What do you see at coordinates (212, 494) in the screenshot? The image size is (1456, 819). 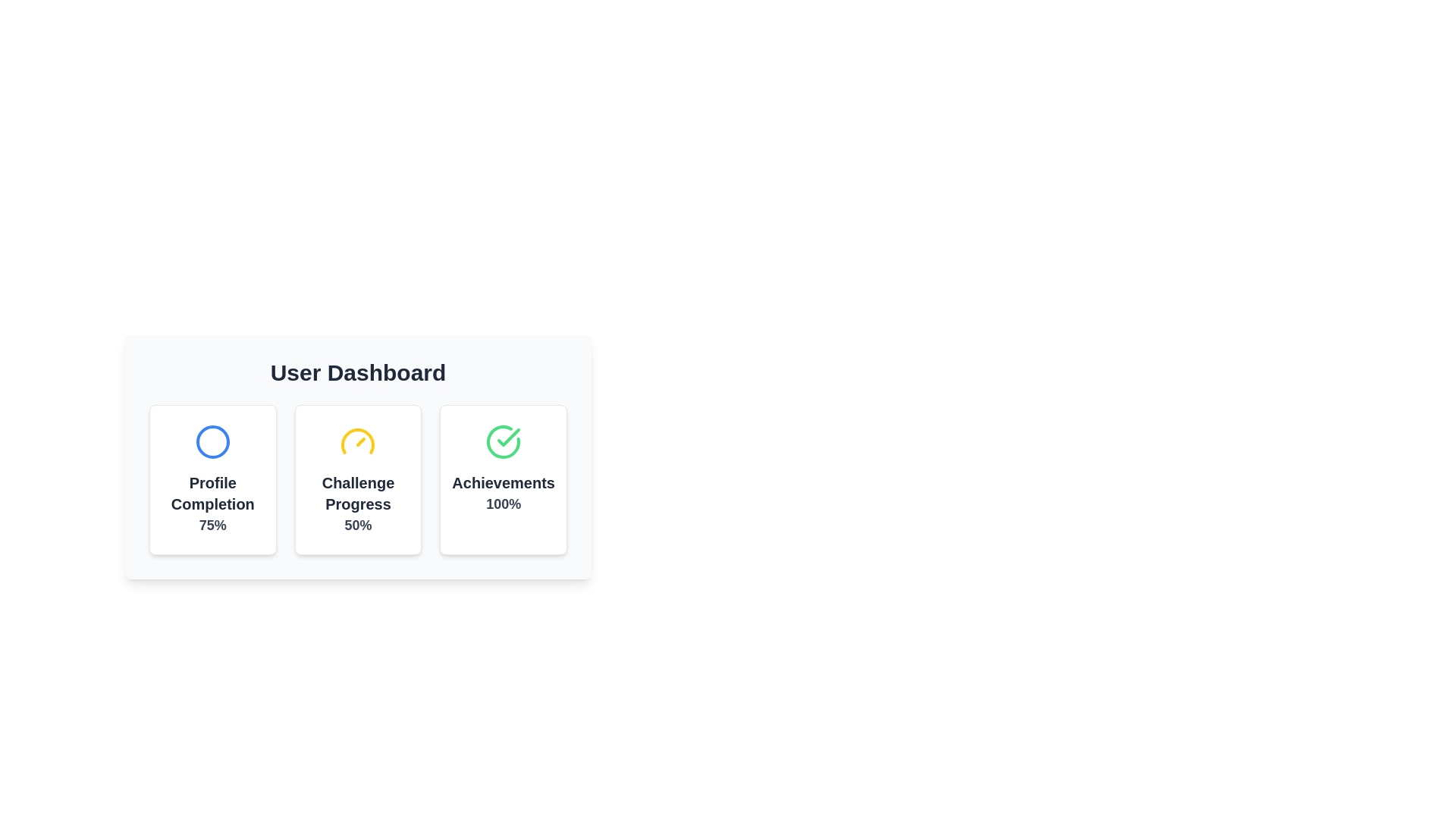 I see `the text label in the first card that provides context about the progress detail, which is located beneath a blue circular icon and above the percentage value '75%'` at bounding box center [212, 494].